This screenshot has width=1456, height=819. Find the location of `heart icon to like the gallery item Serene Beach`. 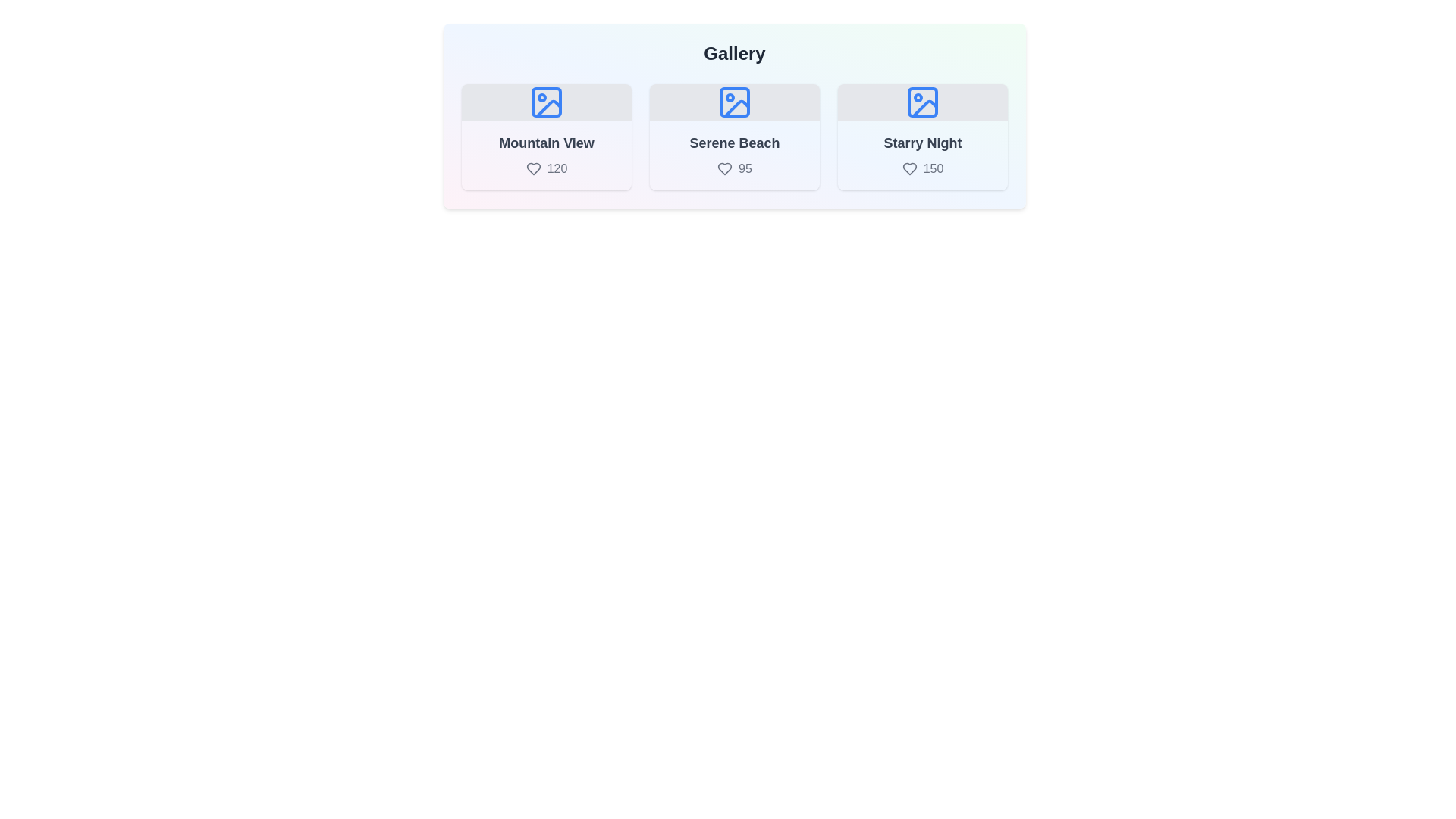

heart icon to like the gallery item Serene Beach is located at coordinates (724, 169).